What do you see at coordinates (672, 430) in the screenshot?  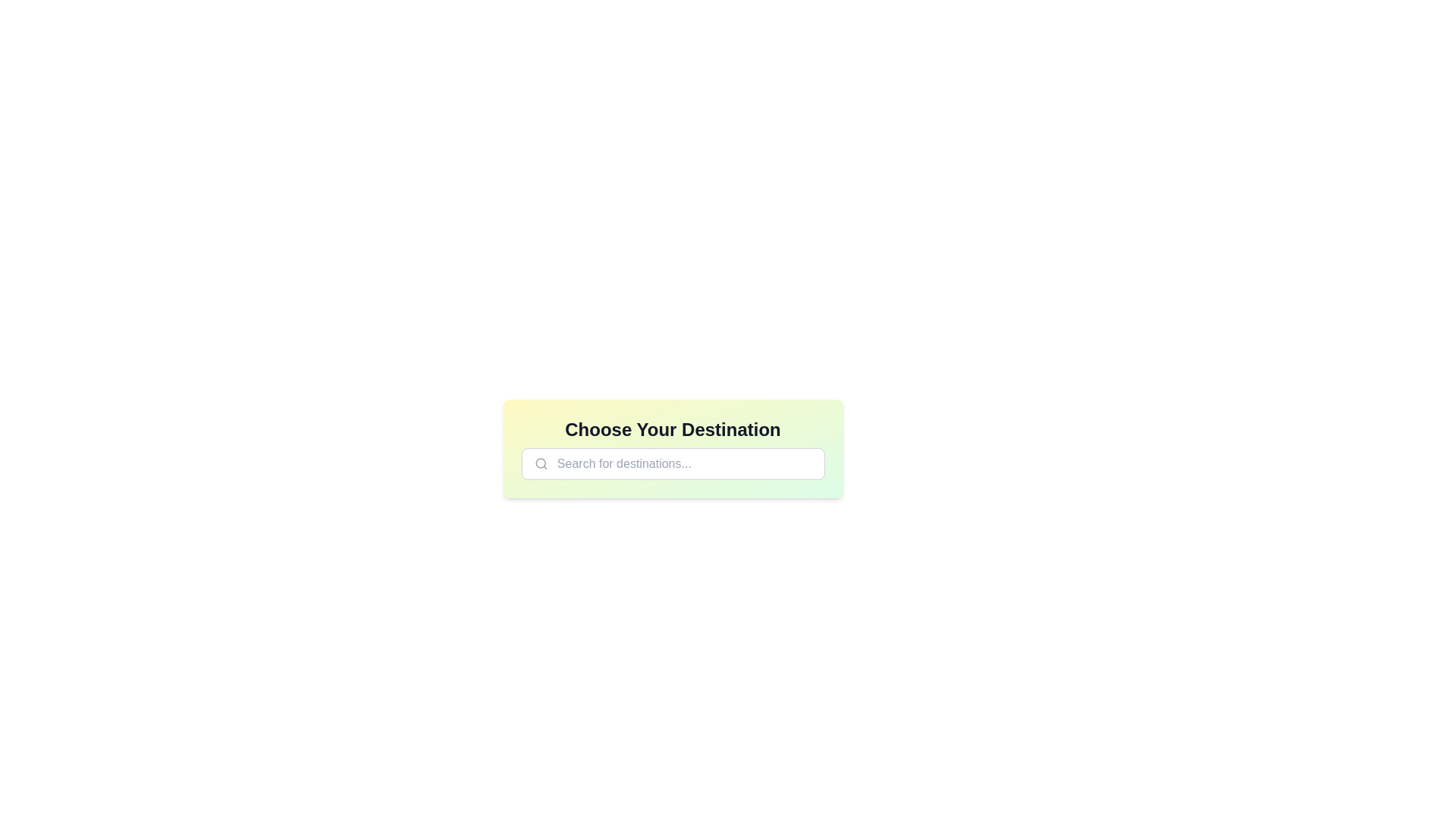 I see `the heading or title text element that conveys the main focus of the destination selection section, located above the search bar and centered horizontally` at bounding box center [672, 430].